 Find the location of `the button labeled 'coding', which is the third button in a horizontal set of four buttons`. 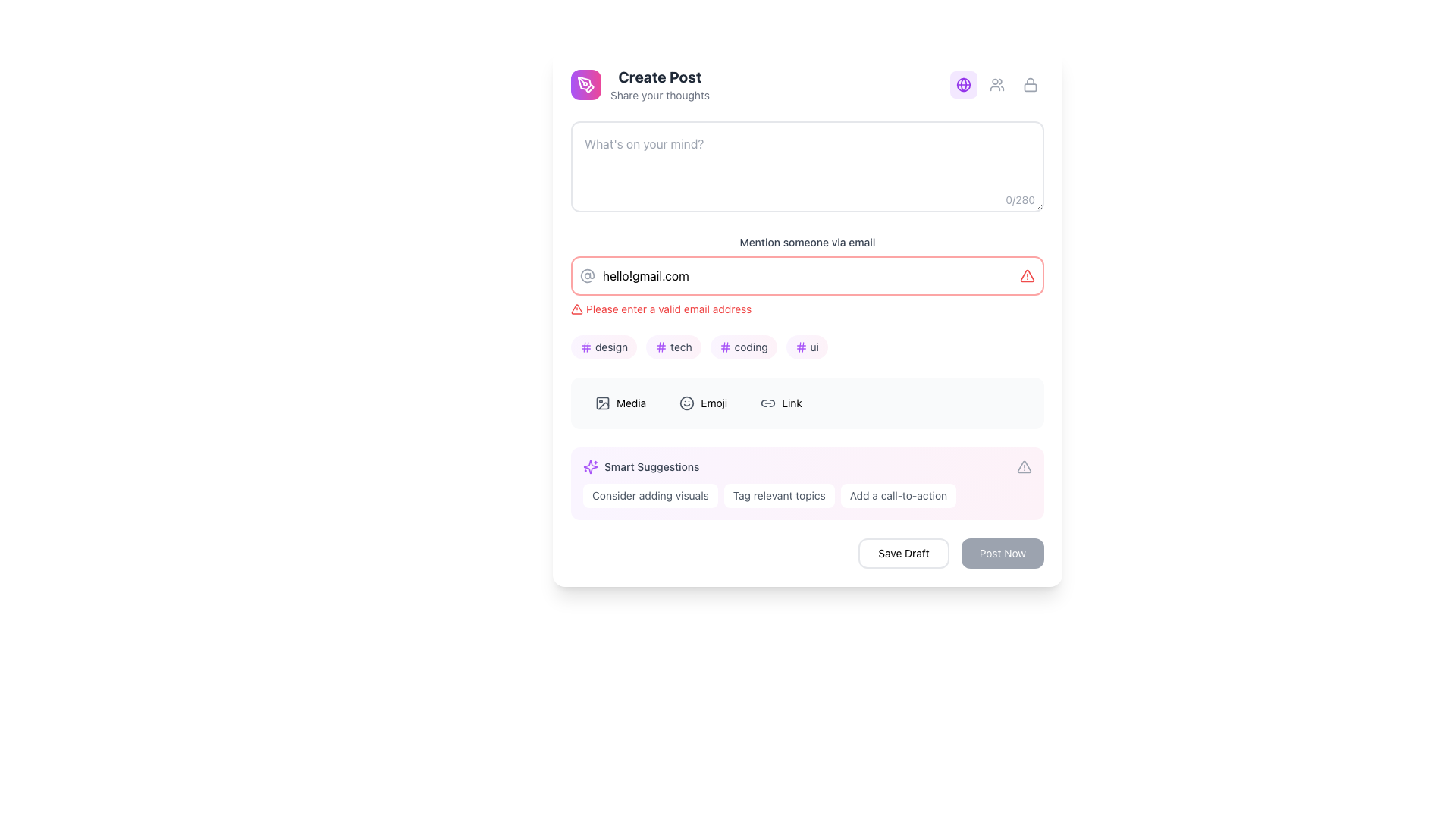

the button labeled 'coding', which is the third button in a horizontal set of four buttons is located at coordinates (743, 347).